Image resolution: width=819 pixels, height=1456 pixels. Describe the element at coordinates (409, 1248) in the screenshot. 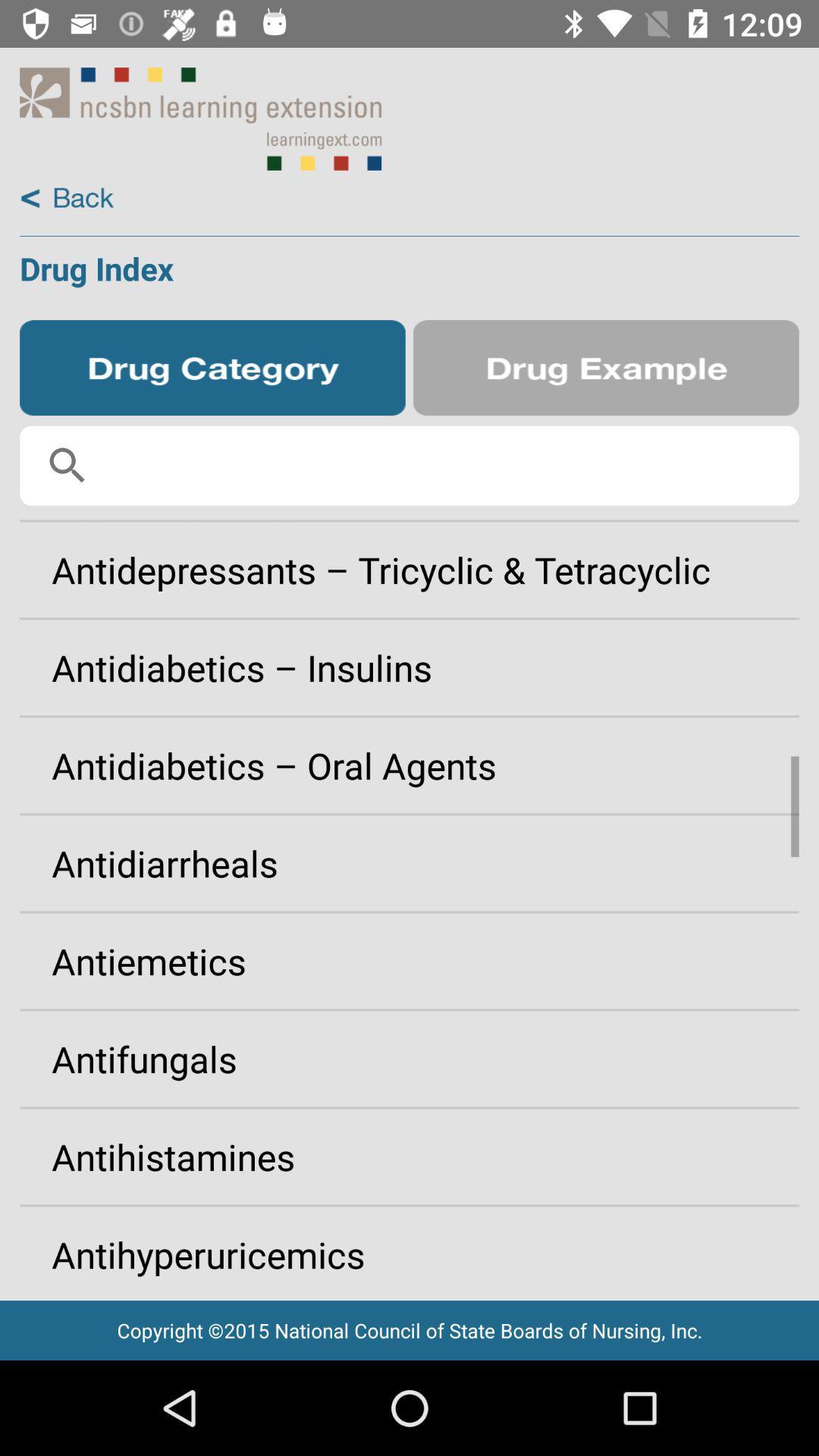

I see `app above the copyright 2015 national app` at that location.